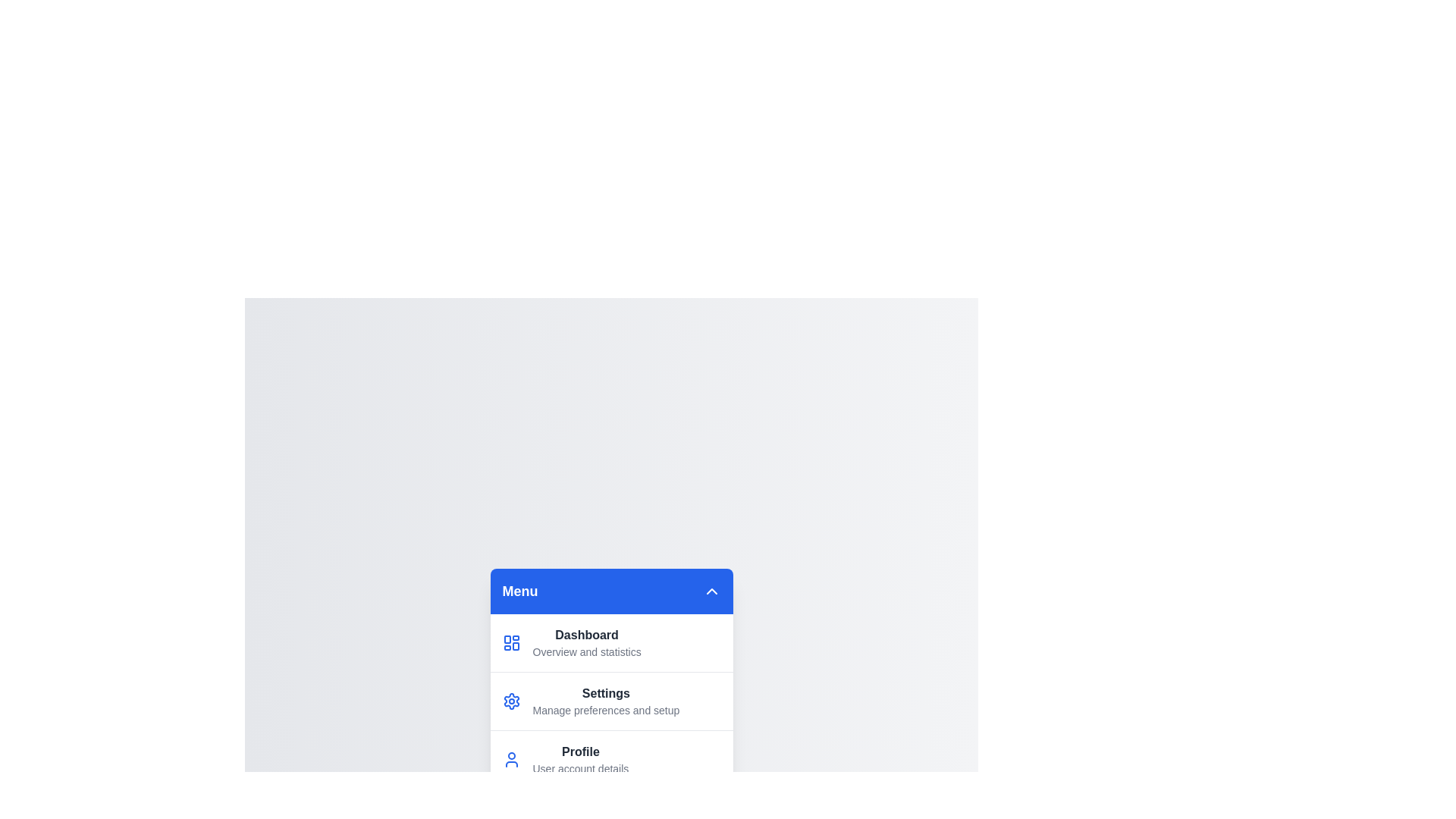  What do you see at coordinates (611, 701) in the screenshot?
I see `the menu item labeled 'Settings' to preview its description` at bounding box center [611, 701].